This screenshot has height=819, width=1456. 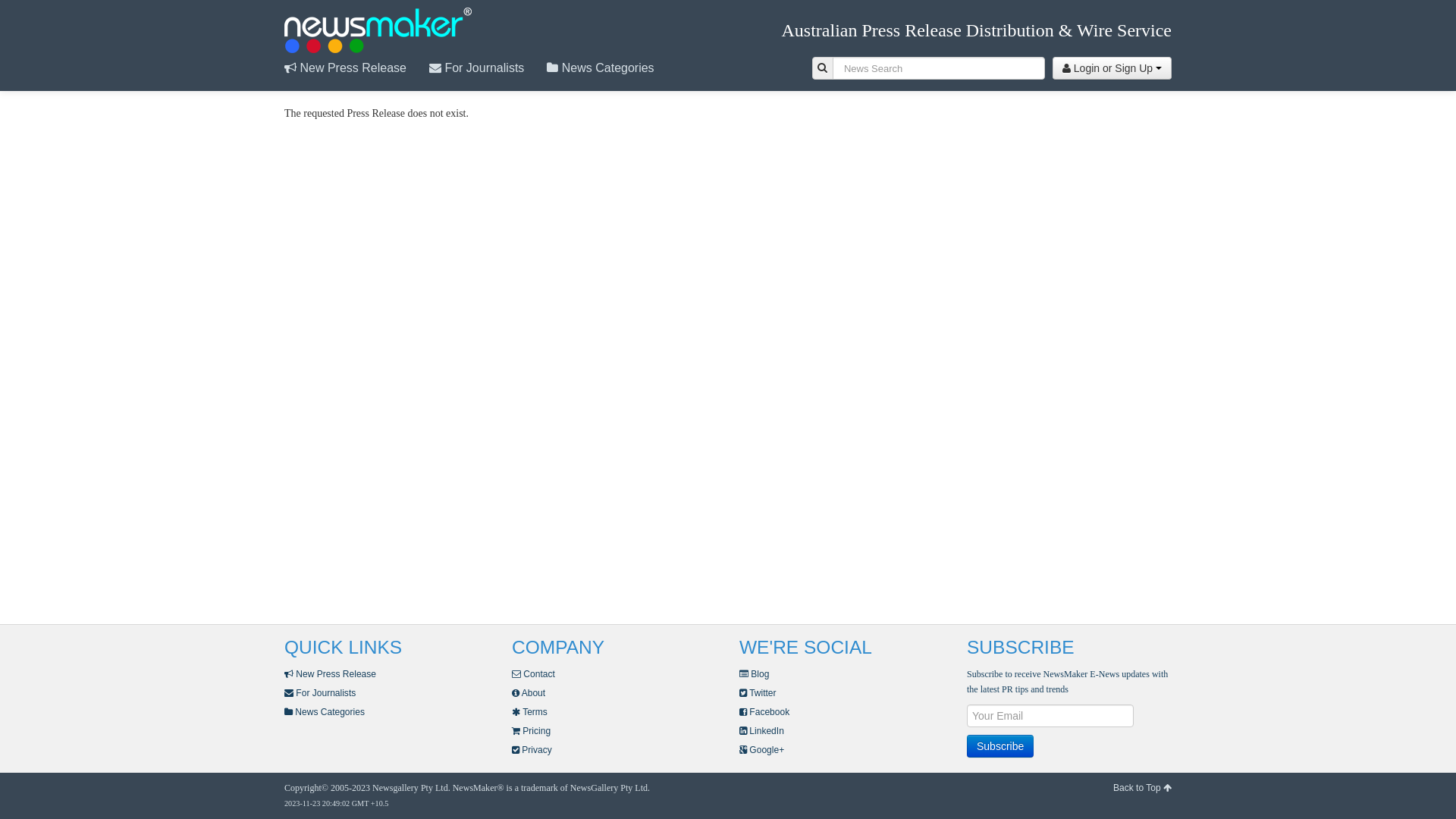 What do you see at coordinates (761, 730) in the screenshot?
I see `'LinkedIn'` at bounding box center [761, 730].